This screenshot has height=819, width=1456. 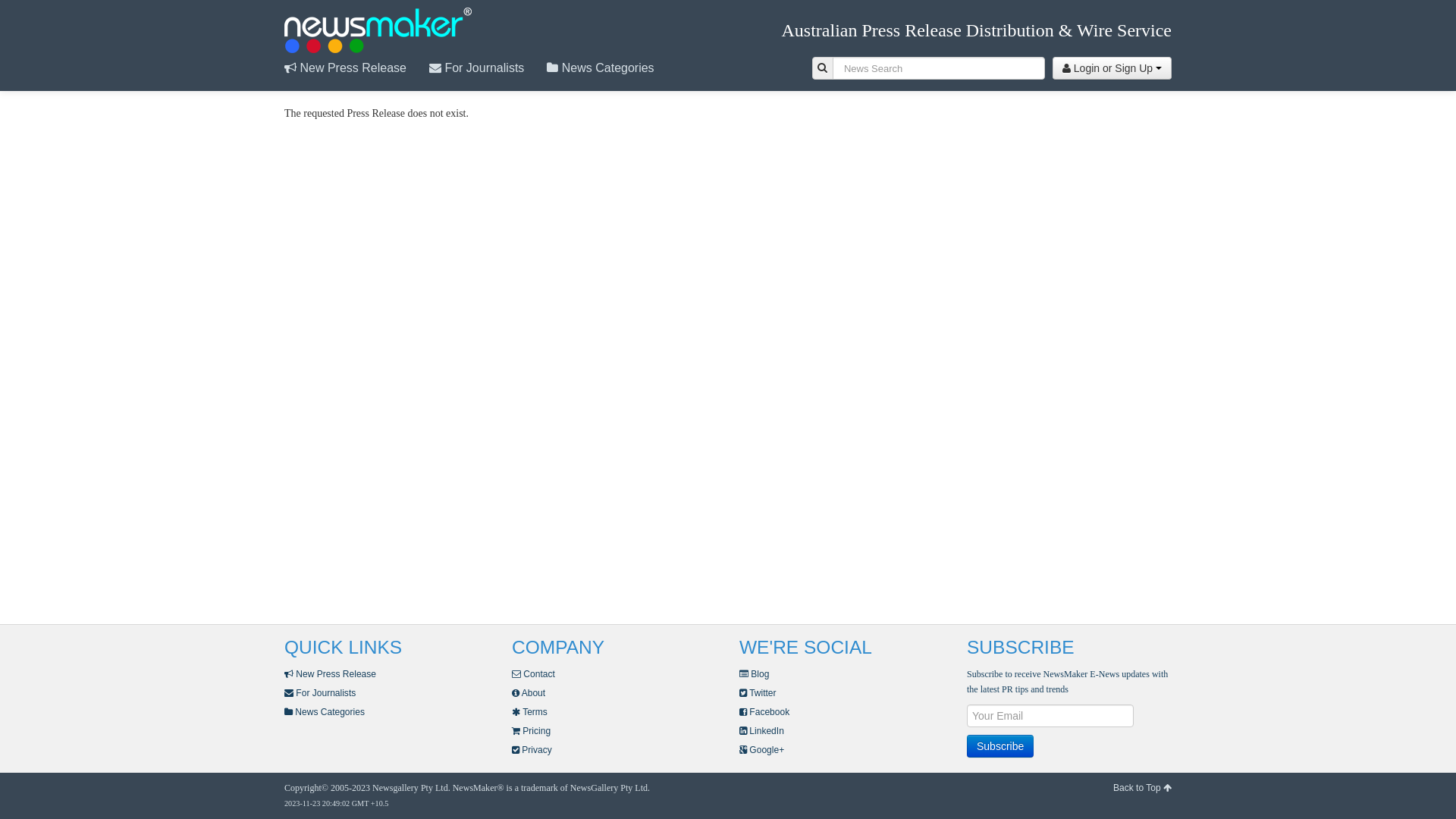 What do you see at coordinates (761, 730) in the screenshot?
I see `'LinkedIn'` at bounding box center [761, 730].